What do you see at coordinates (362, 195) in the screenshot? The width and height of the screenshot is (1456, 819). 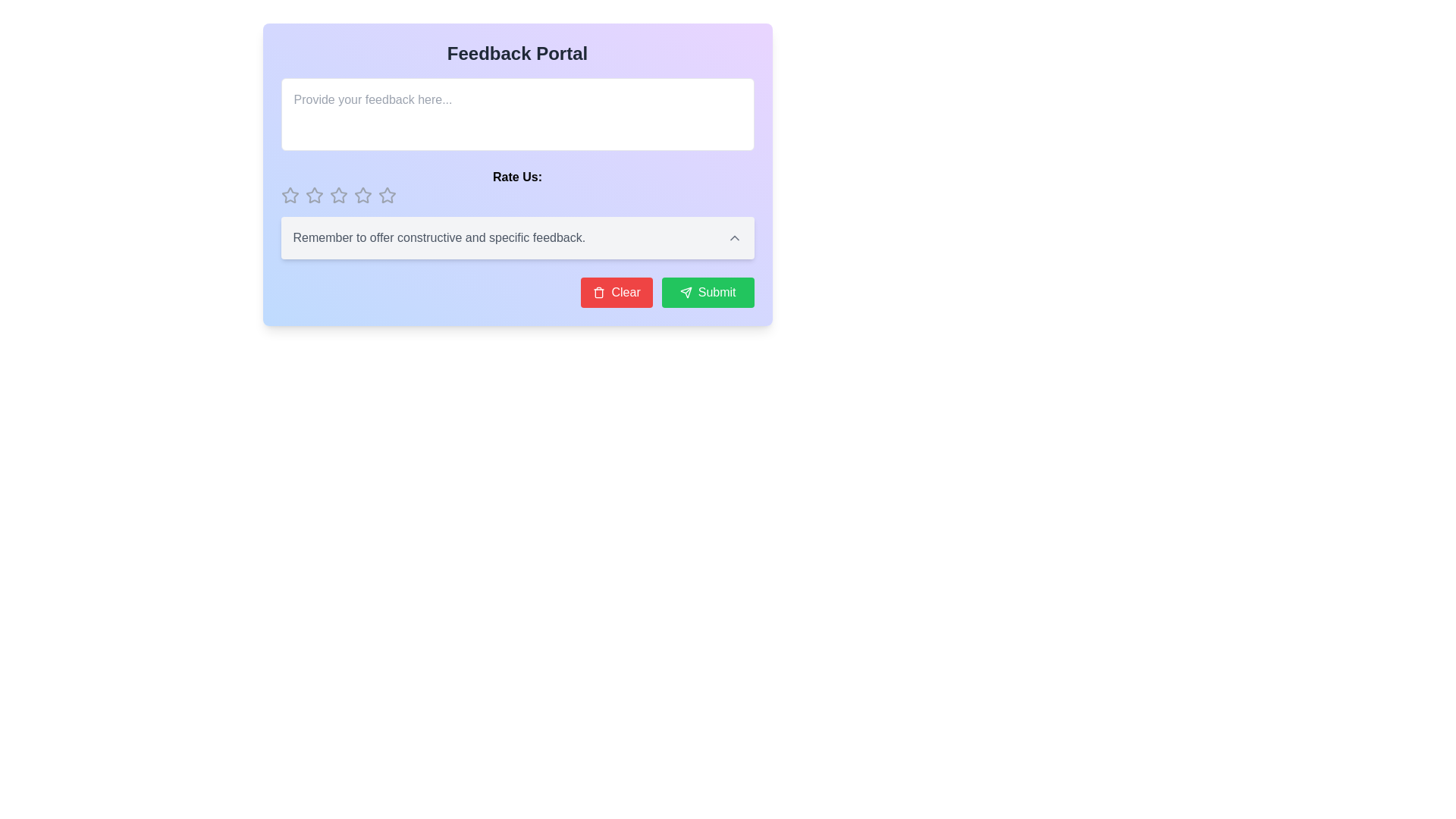 I see `the fifth star icon in the rating section below the 'Rate Us:' text field` at bounding box center [362, 195].